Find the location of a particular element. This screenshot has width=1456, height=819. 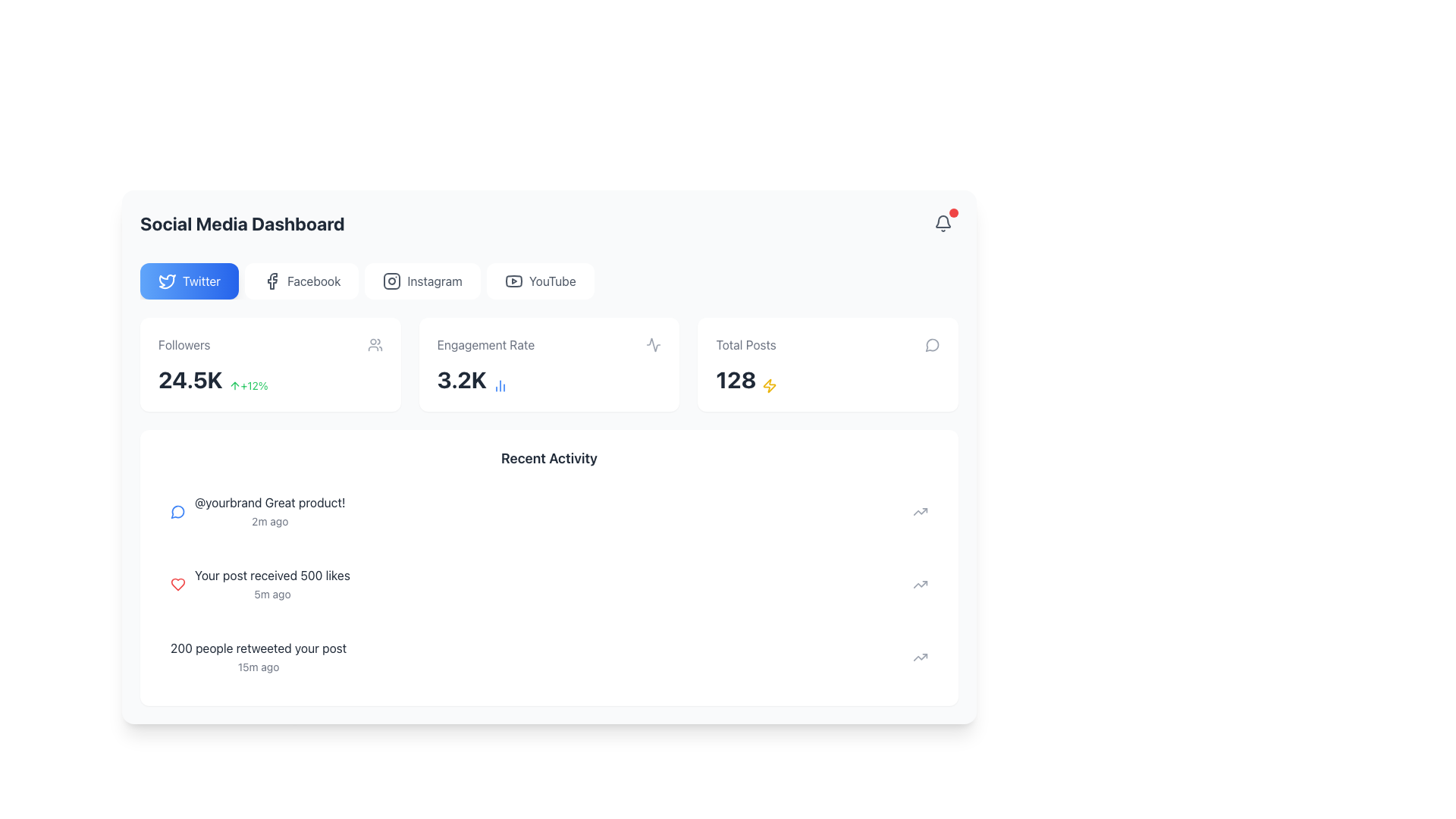

the text label that states 'Your post received 500 likes' with a red heart icon in the 'Recent Activity' section is located at coordinates (260, 584).